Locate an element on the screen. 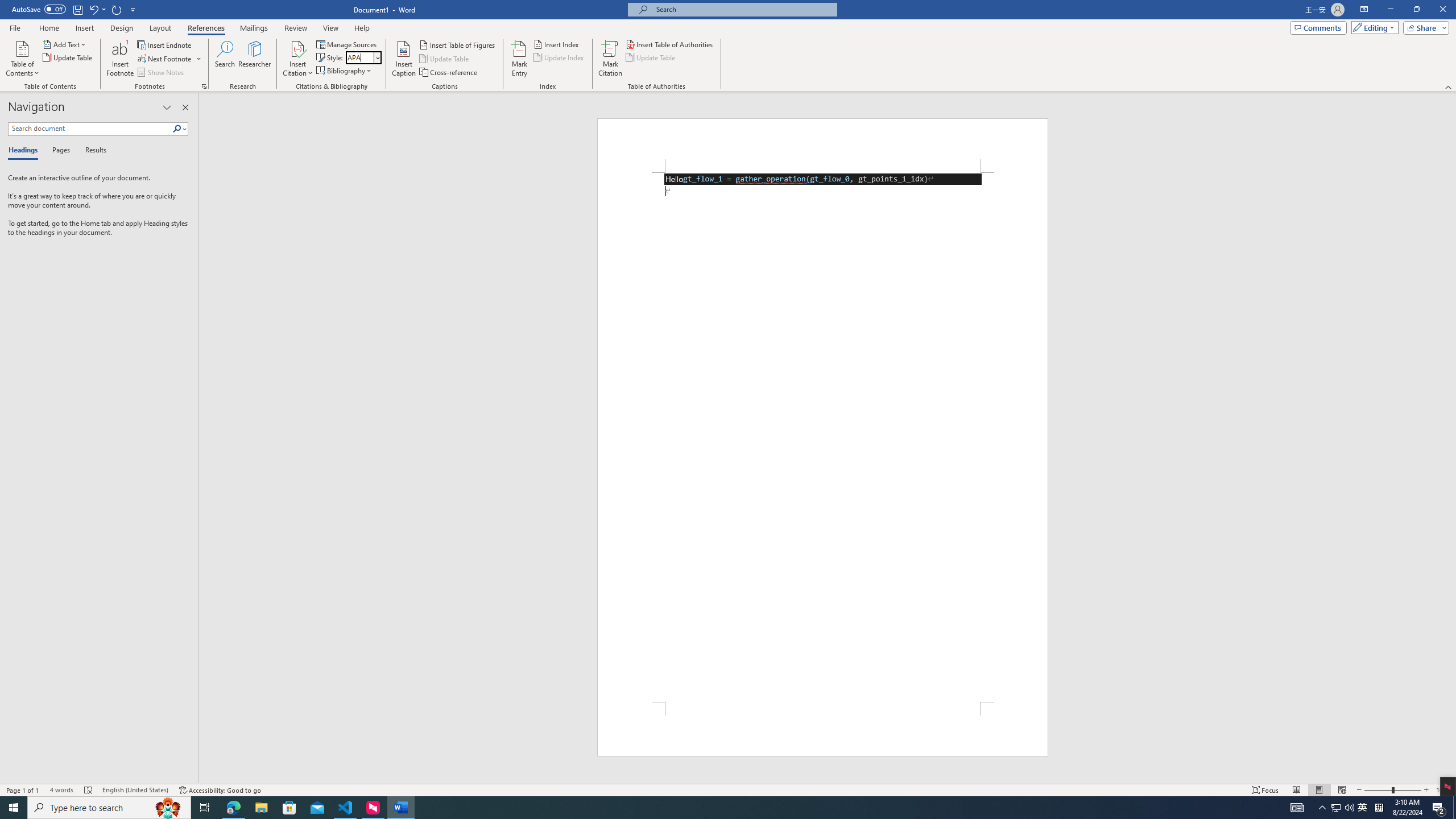  'Insert Caption...' is located at coordinates (403, 59).